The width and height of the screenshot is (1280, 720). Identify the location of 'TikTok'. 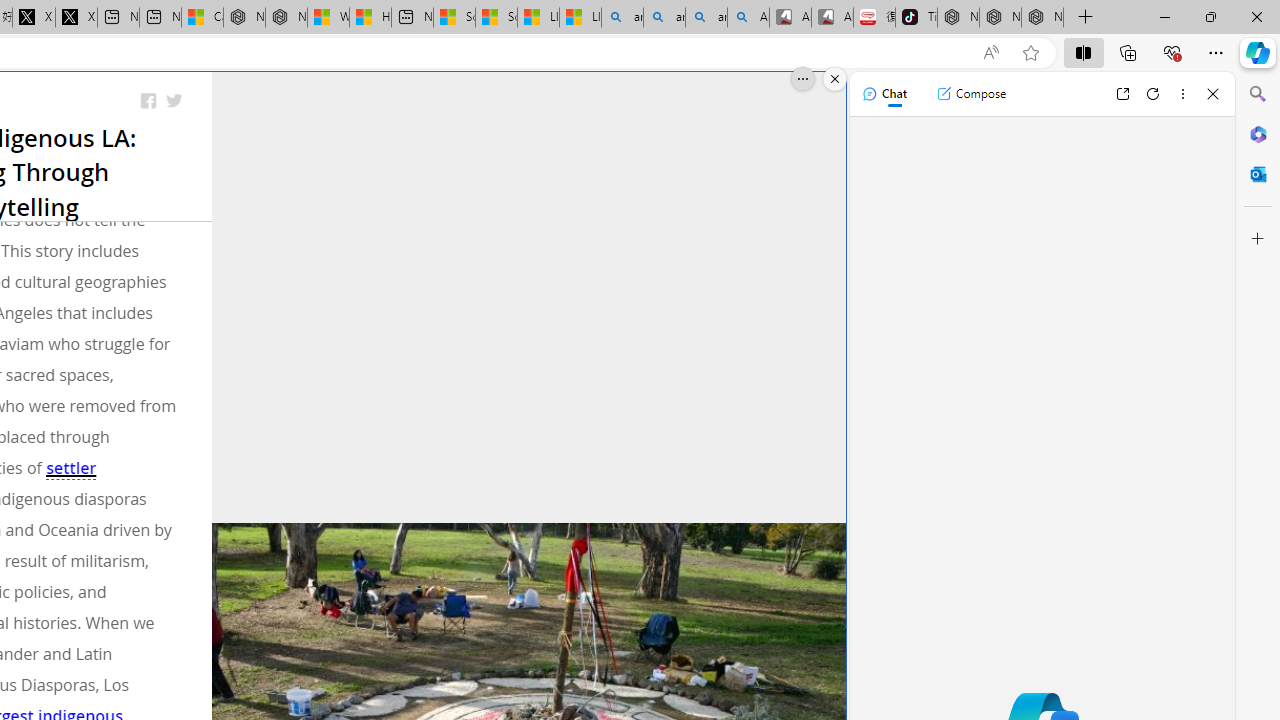
(915, 17).